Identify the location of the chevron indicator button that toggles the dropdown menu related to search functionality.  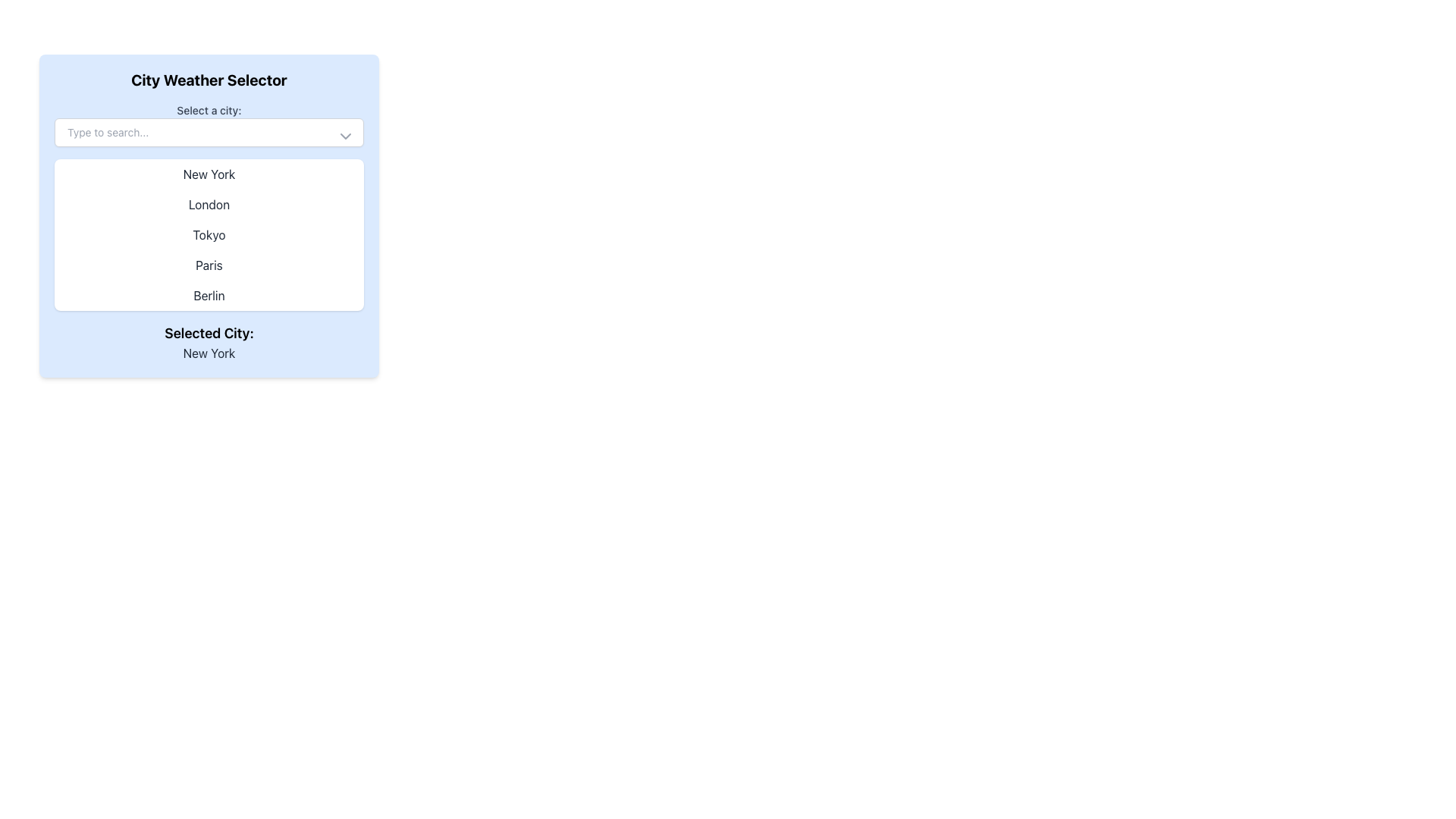
(345, 136).